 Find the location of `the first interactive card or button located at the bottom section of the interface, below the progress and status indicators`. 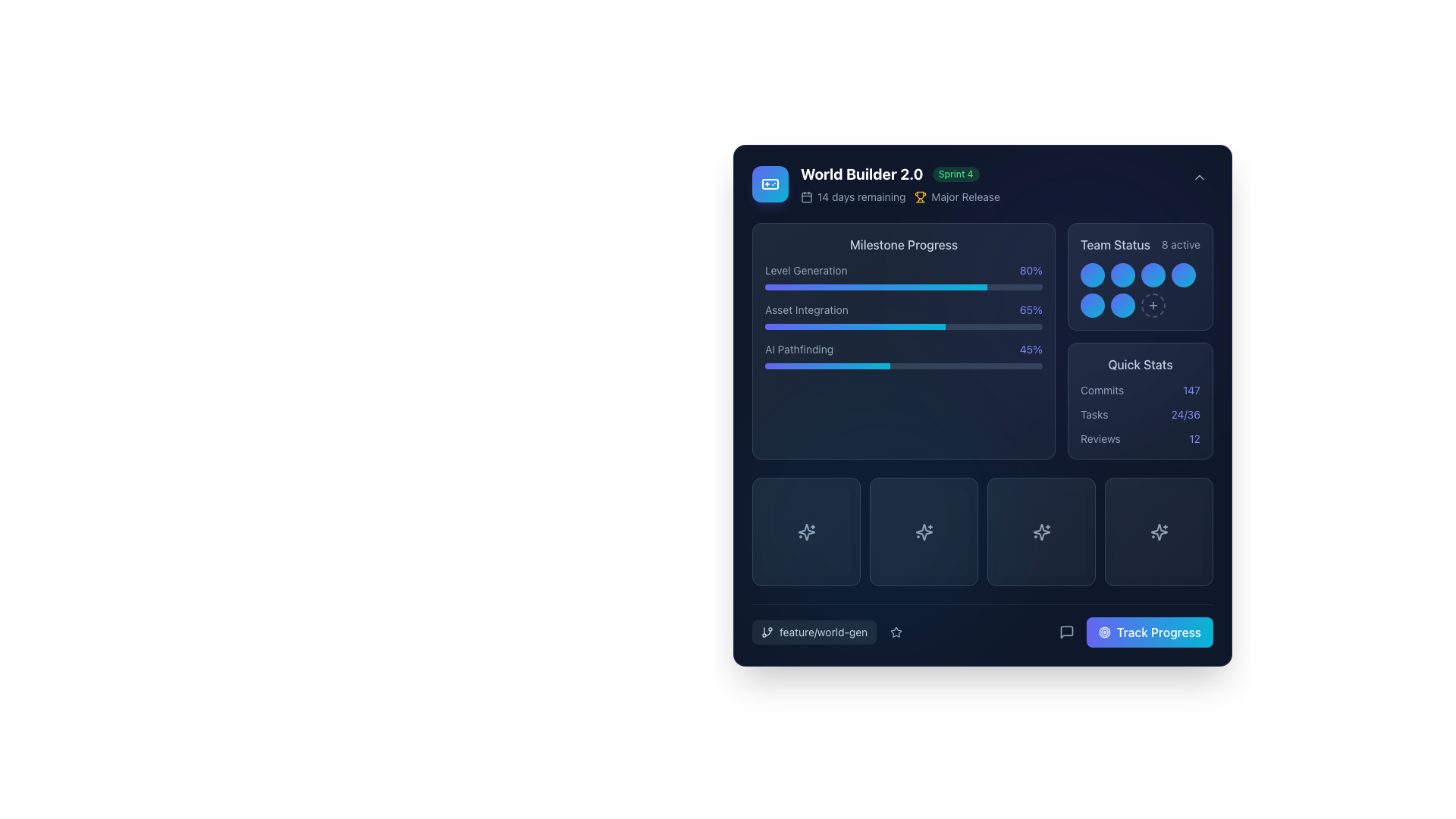

the first interactive card or button located at the bottom section of the interface, below the progress and status indicators is located at coordinates (805, 531).